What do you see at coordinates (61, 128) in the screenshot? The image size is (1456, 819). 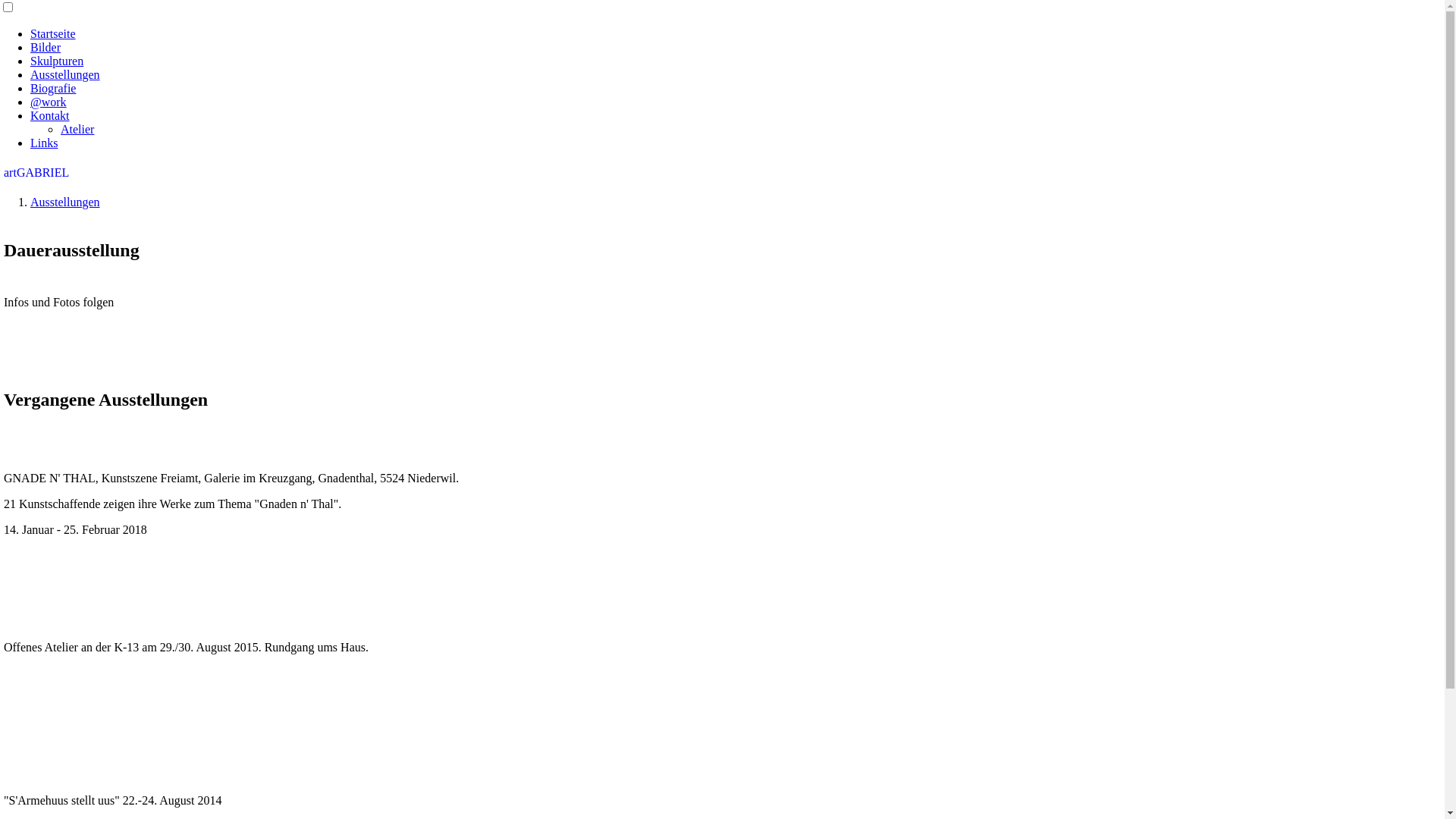 I see `'Atelier'` at bounding box center [61, 128].